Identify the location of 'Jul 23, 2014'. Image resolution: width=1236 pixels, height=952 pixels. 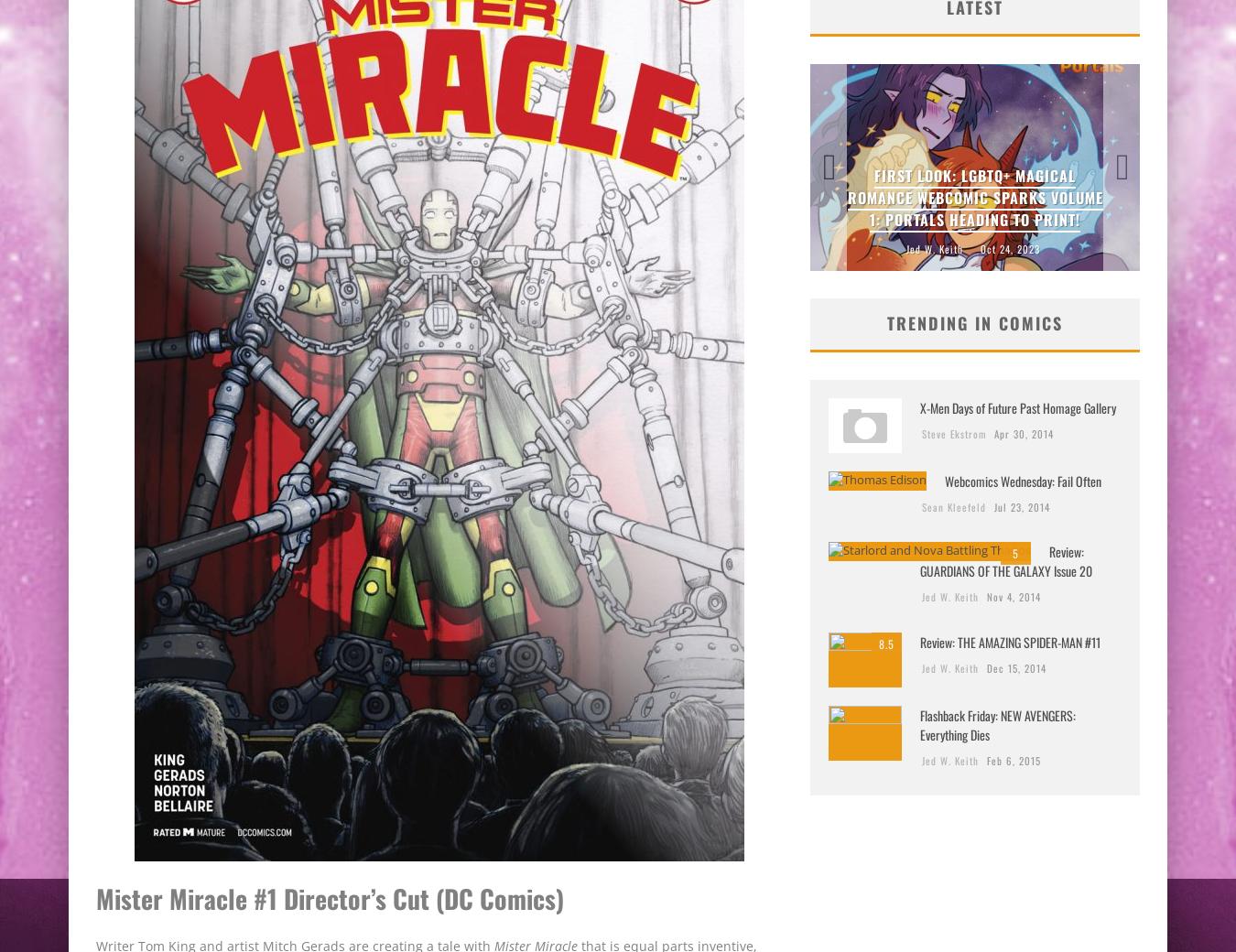
(1022, 504).